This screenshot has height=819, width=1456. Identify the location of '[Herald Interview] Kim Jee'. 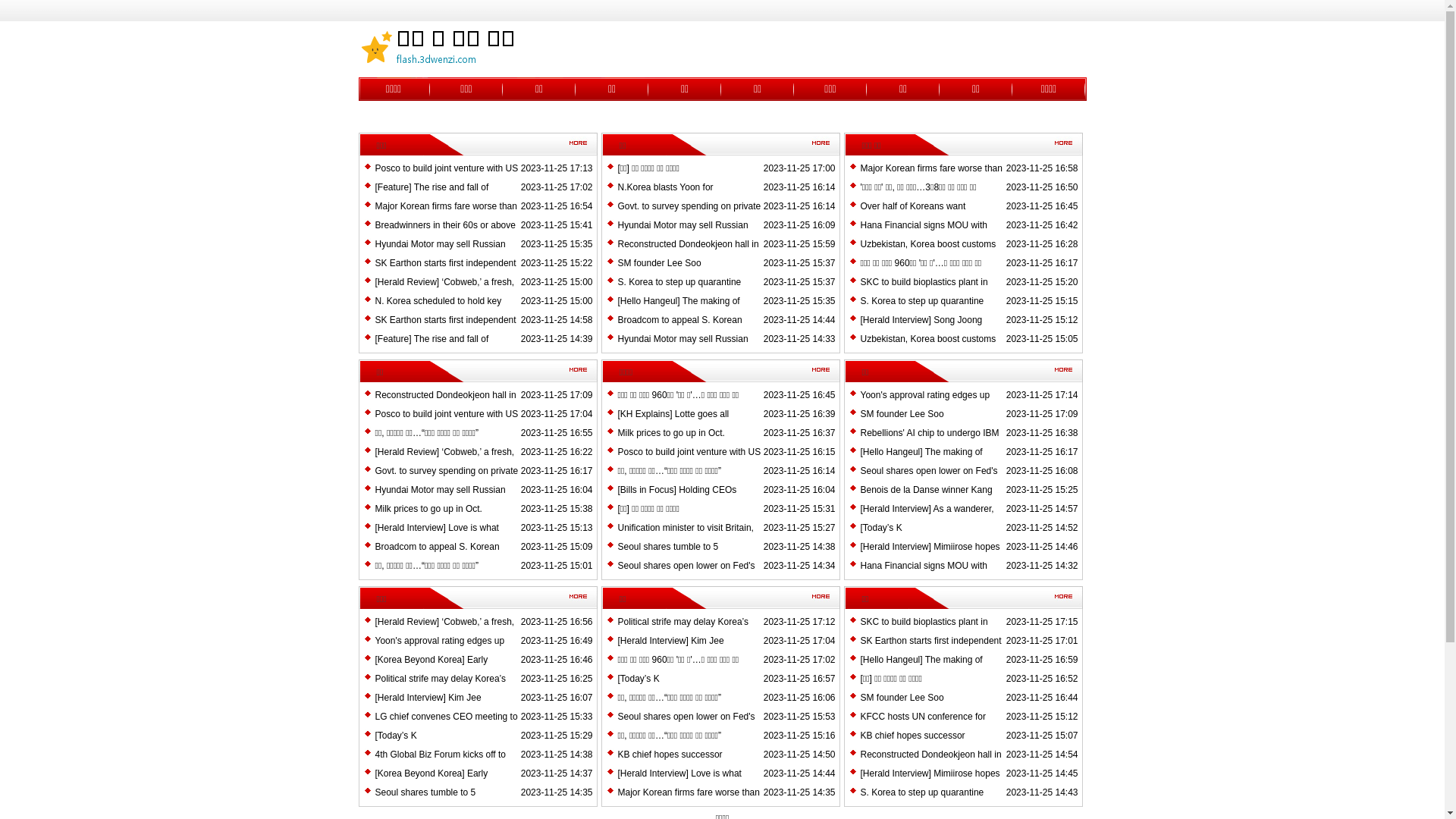
(669, 640).